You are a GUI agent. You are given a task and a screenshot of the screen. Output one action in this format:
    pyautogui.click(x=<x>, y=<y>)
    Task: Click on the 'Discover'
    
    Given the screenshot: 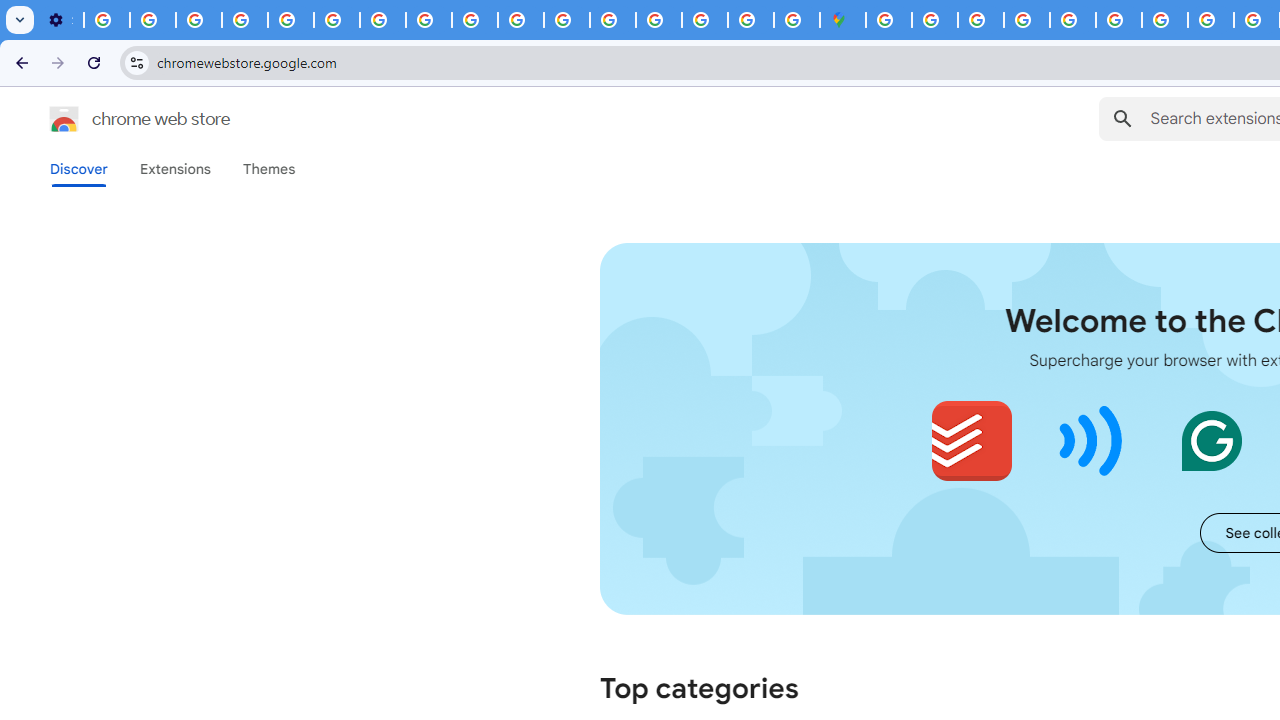 What is the action you would take?
    pyautogui.click(x=79, y=168)
    